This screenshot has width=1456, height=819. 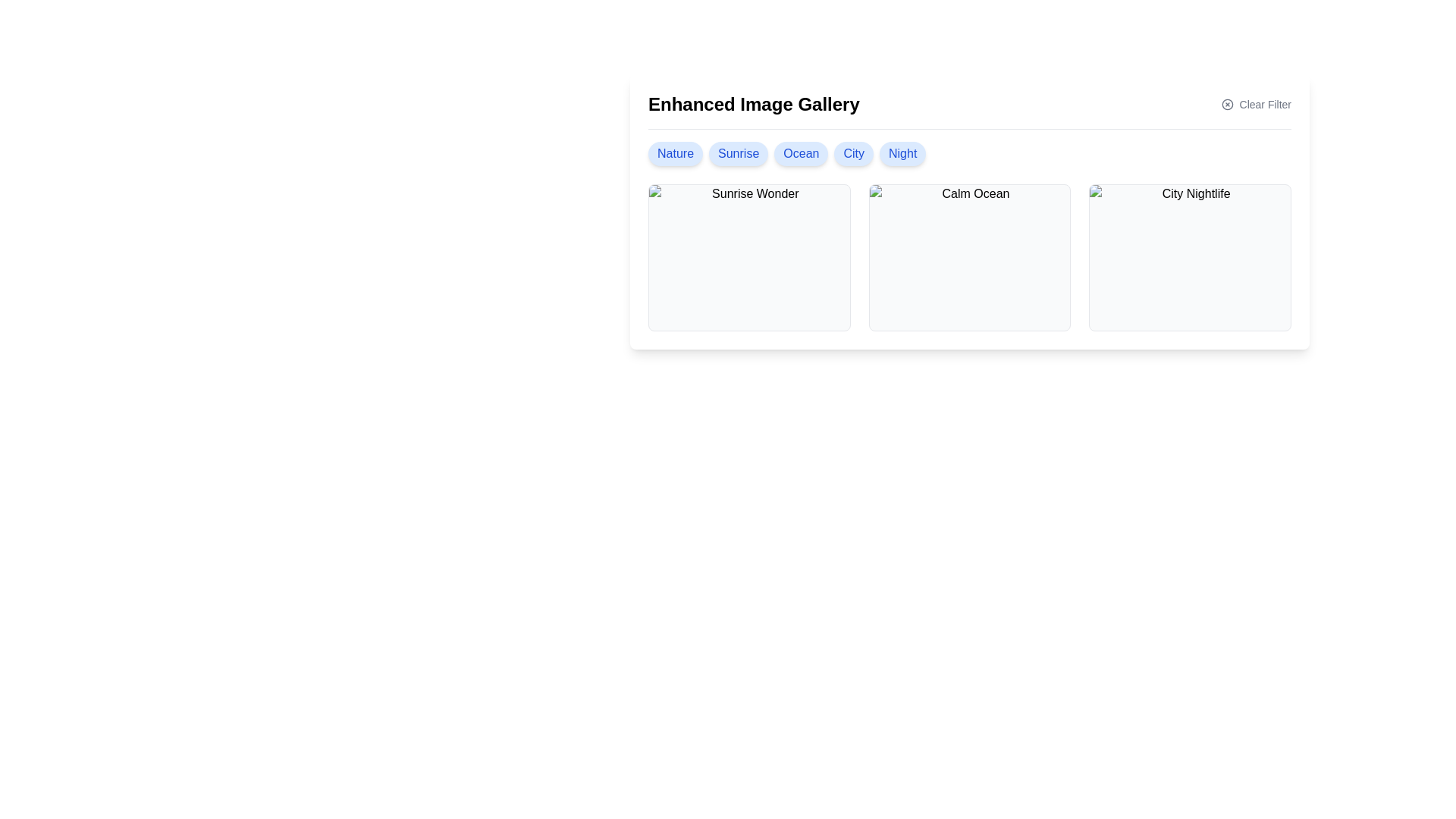 I want to click on the 'Calm Ocean' card in the image gallery, so click(x=968, y=212).